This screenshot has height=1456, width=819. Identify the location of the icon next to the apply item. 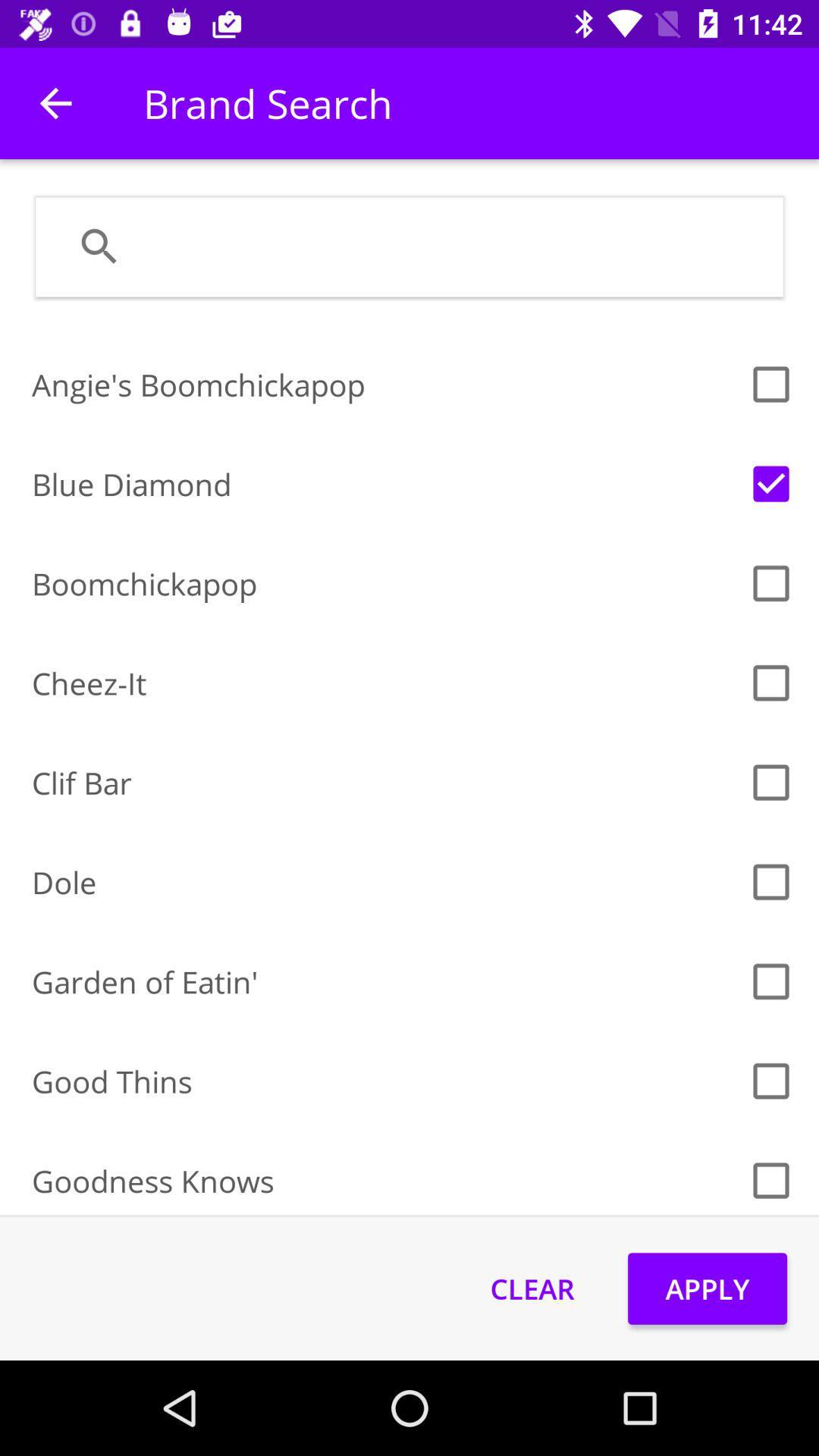
(532, 1288).